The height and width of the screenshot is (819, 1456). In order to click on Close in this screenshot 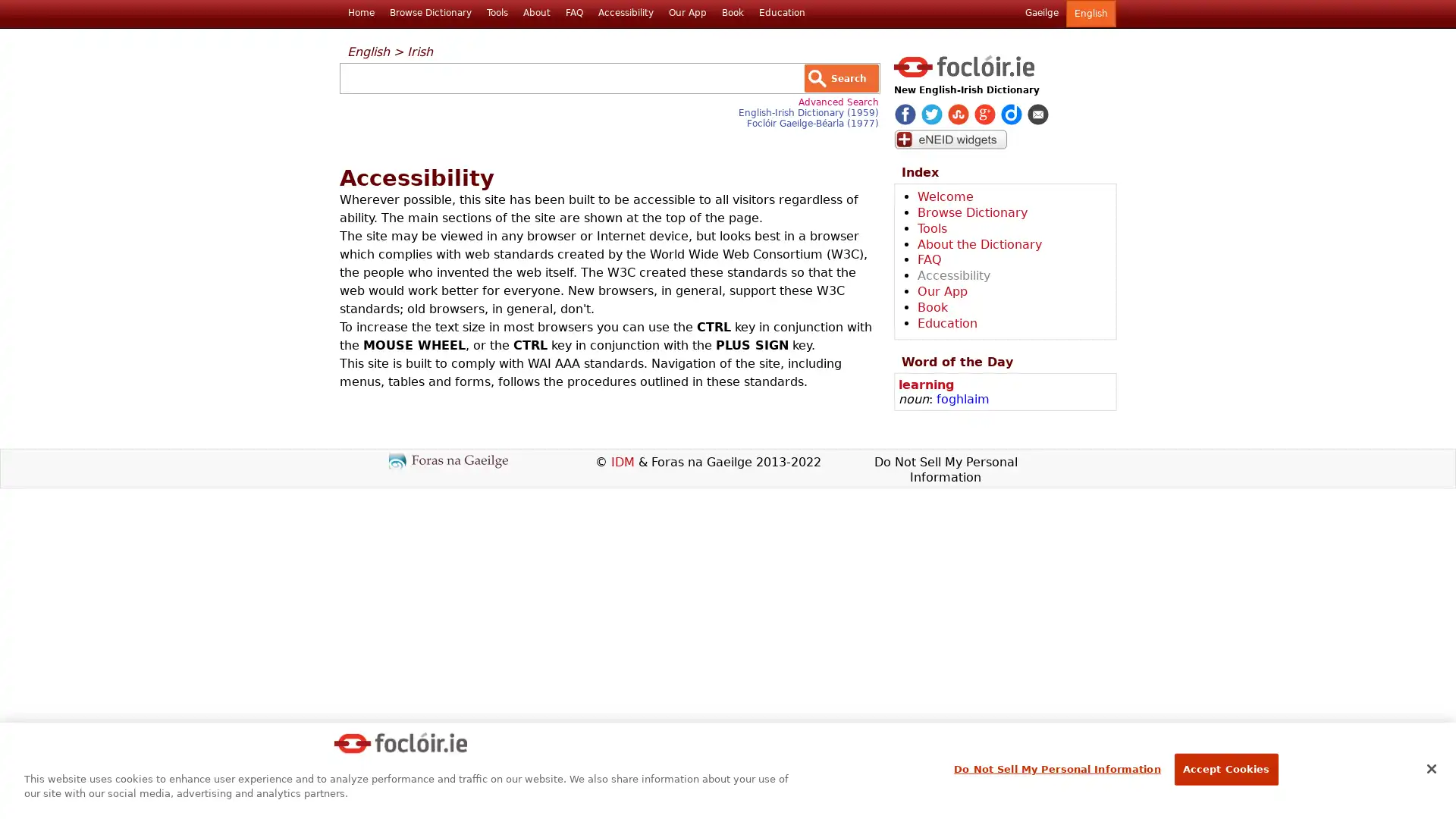, I will do `click(1430, 769)`.